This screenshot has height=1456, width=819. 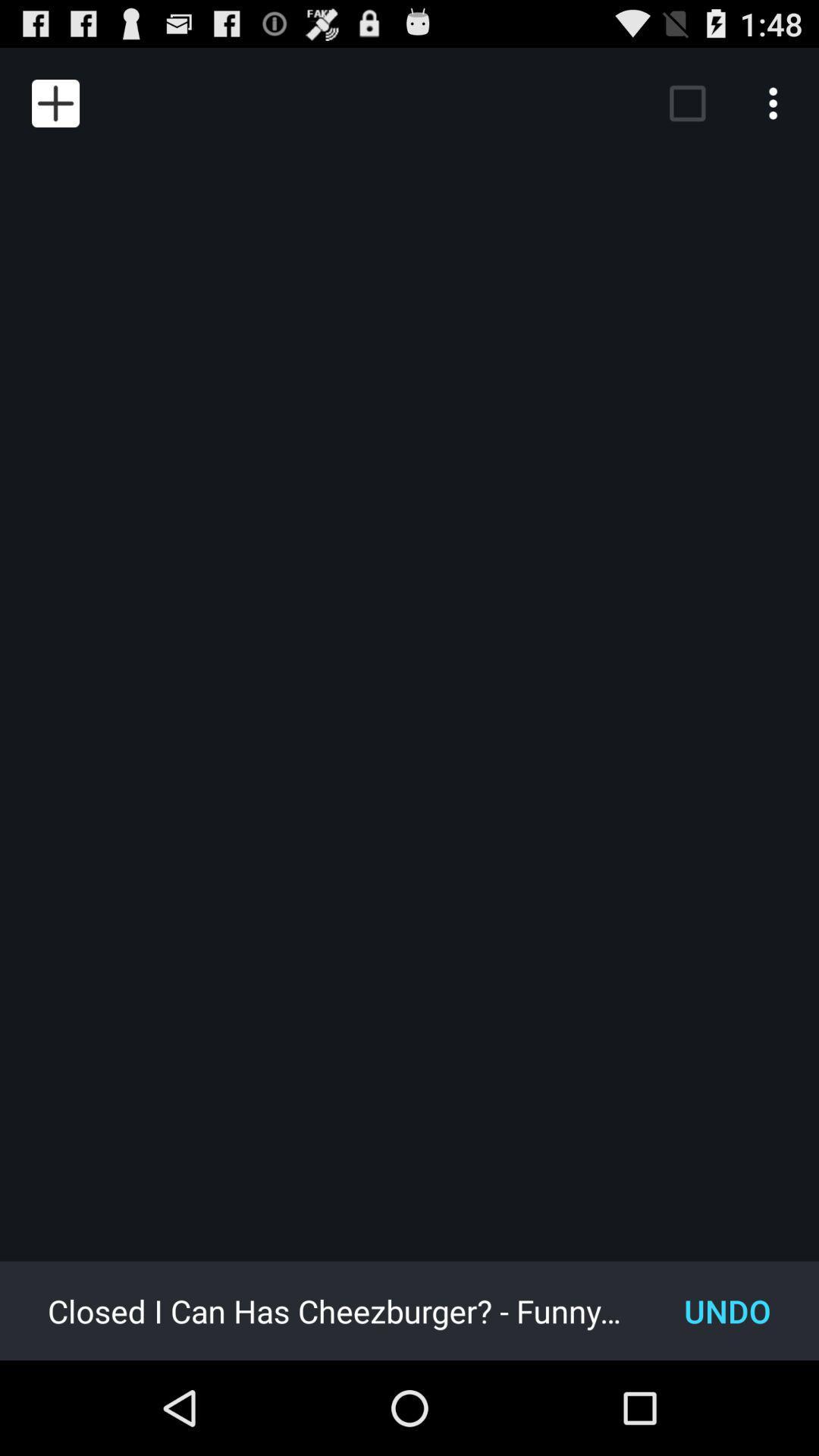 I want to click on icon next to the closed i can, so click(x=726, y=1310).